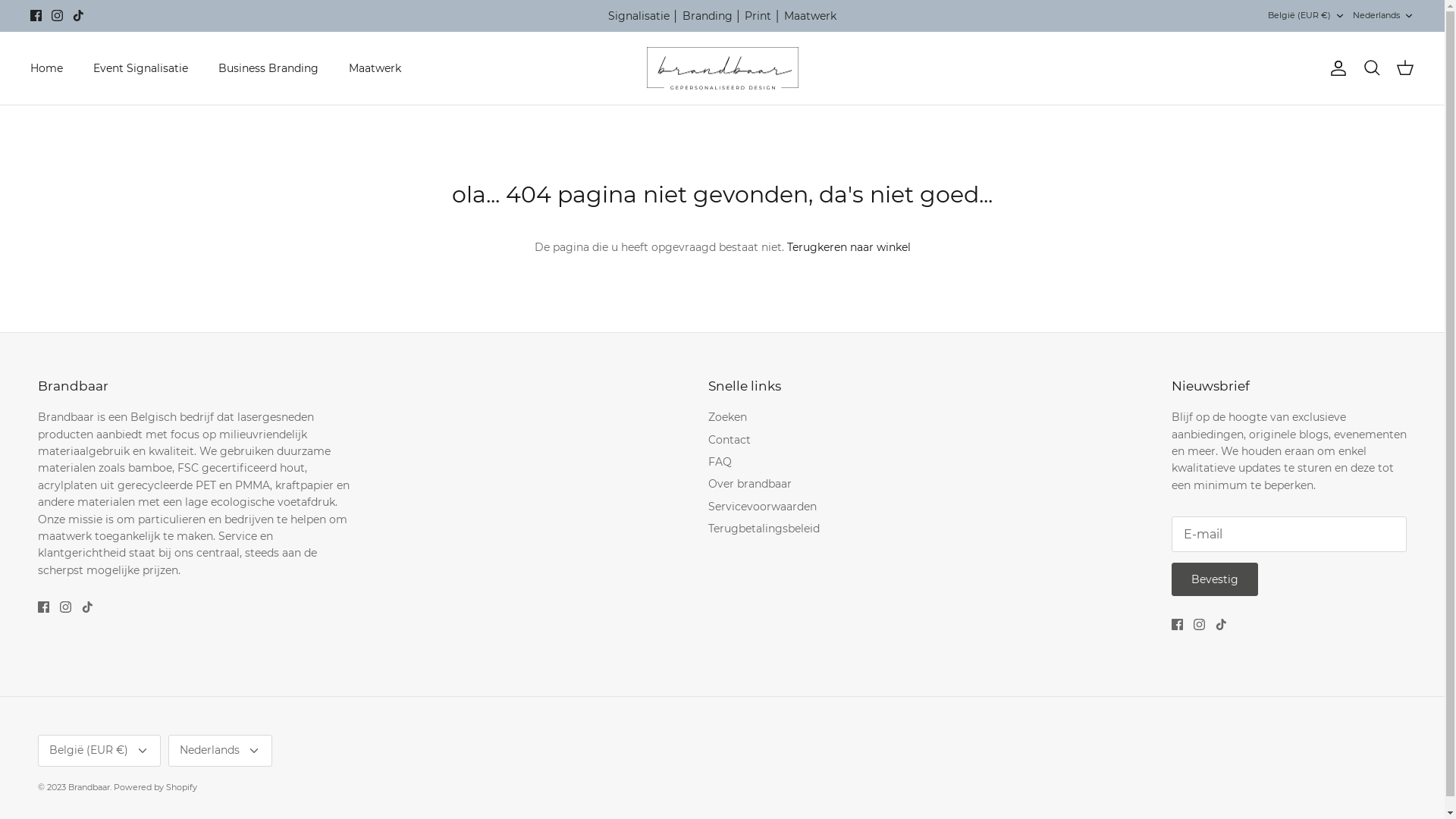 This screenshot has width=1456, height=819. What do you see at coordinates (1372, 67) in the screenshot?
I see `'Zoeken'` at bounding box center [1372, 67].